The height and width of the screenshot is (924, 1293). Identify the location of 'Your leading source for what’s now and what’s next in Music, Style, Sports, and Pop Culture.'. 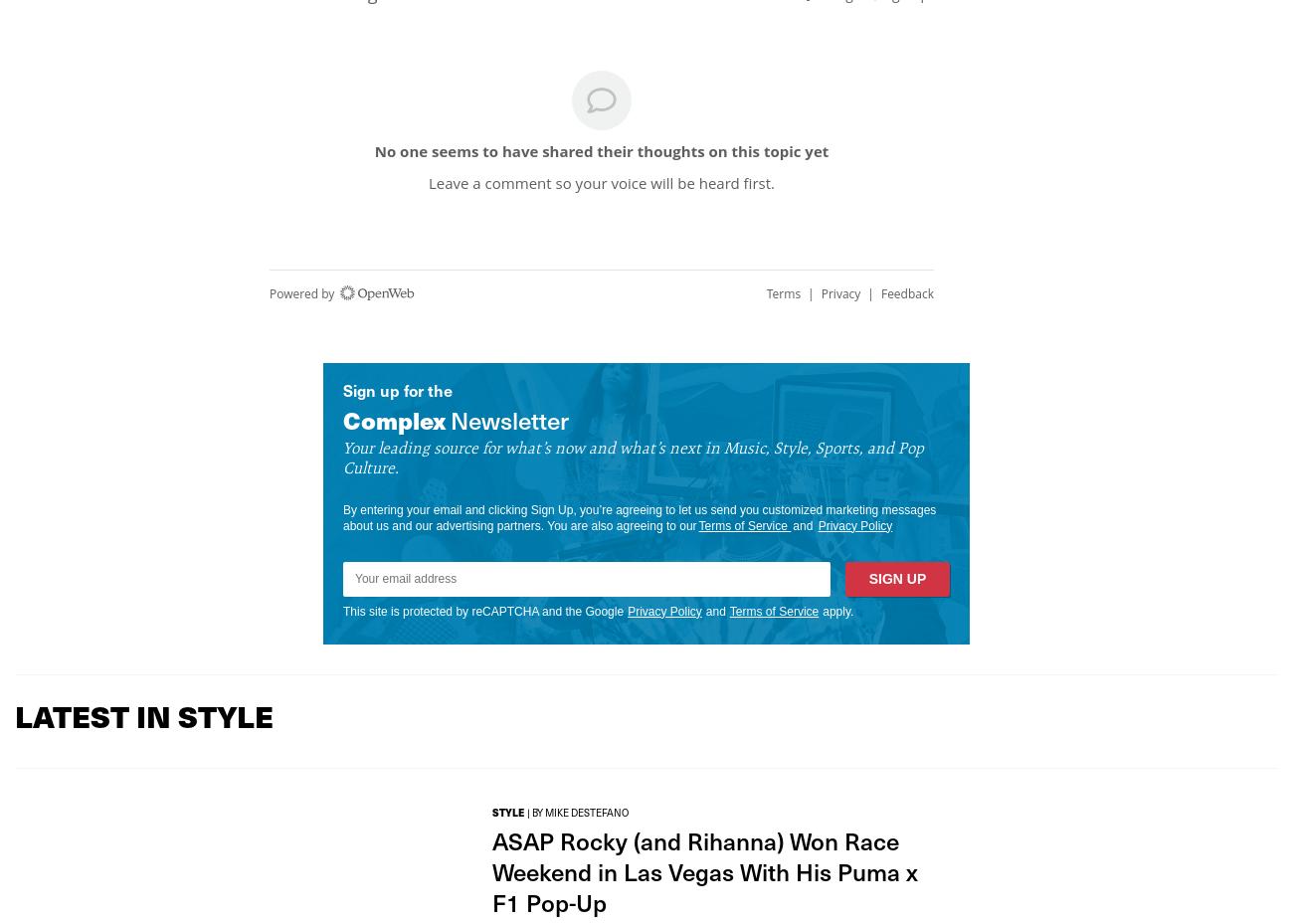
(634, 456).